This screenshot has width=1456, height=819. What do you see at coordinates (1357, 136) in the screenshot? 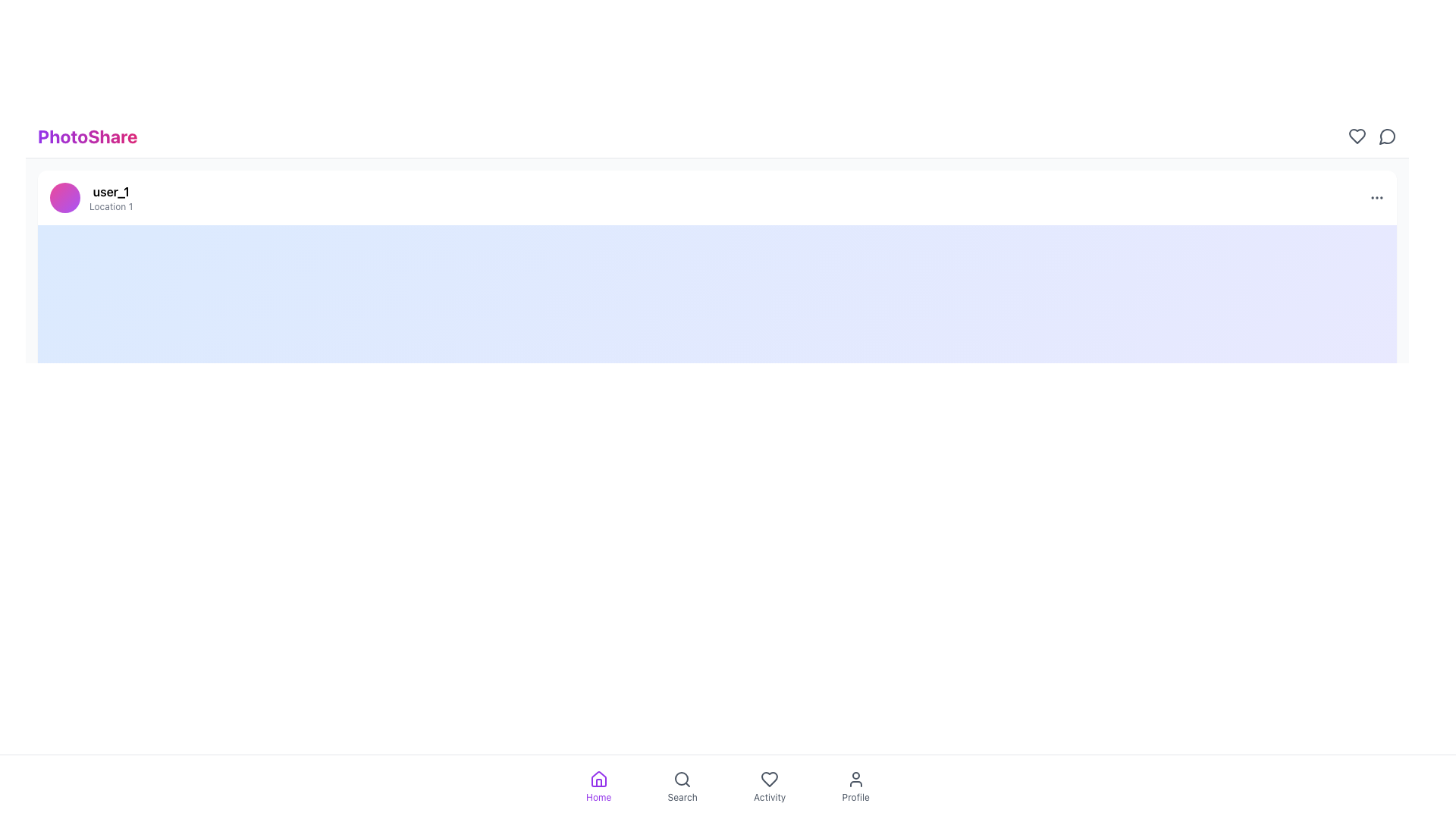
I see `the heart-shaped icon with a gray outline located at the top-right corner of the interface` at bounding box center [1357, 136].